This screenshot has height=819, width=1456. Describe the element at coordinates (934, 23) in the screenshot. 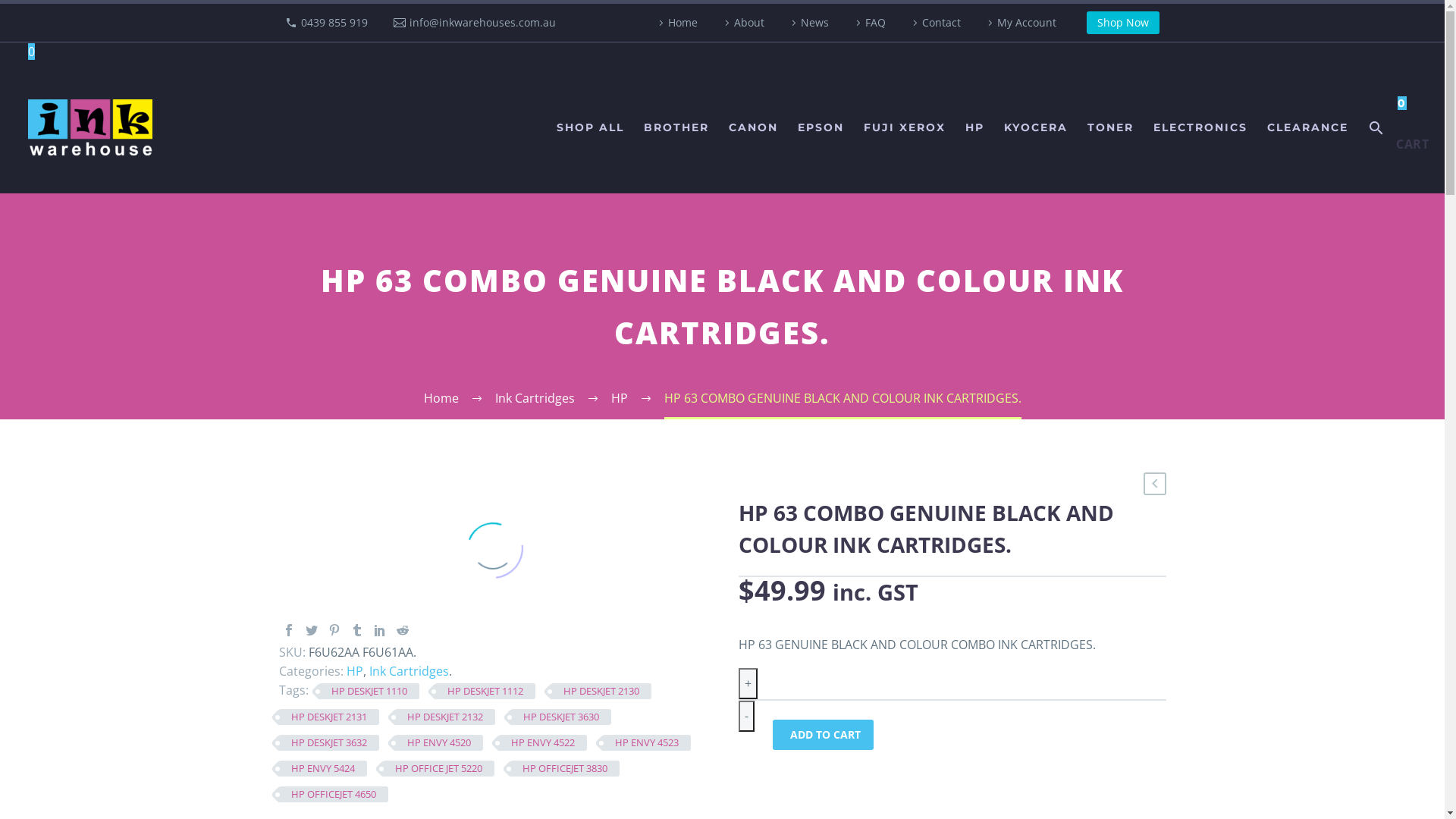

I see `'Contact'` at that location.